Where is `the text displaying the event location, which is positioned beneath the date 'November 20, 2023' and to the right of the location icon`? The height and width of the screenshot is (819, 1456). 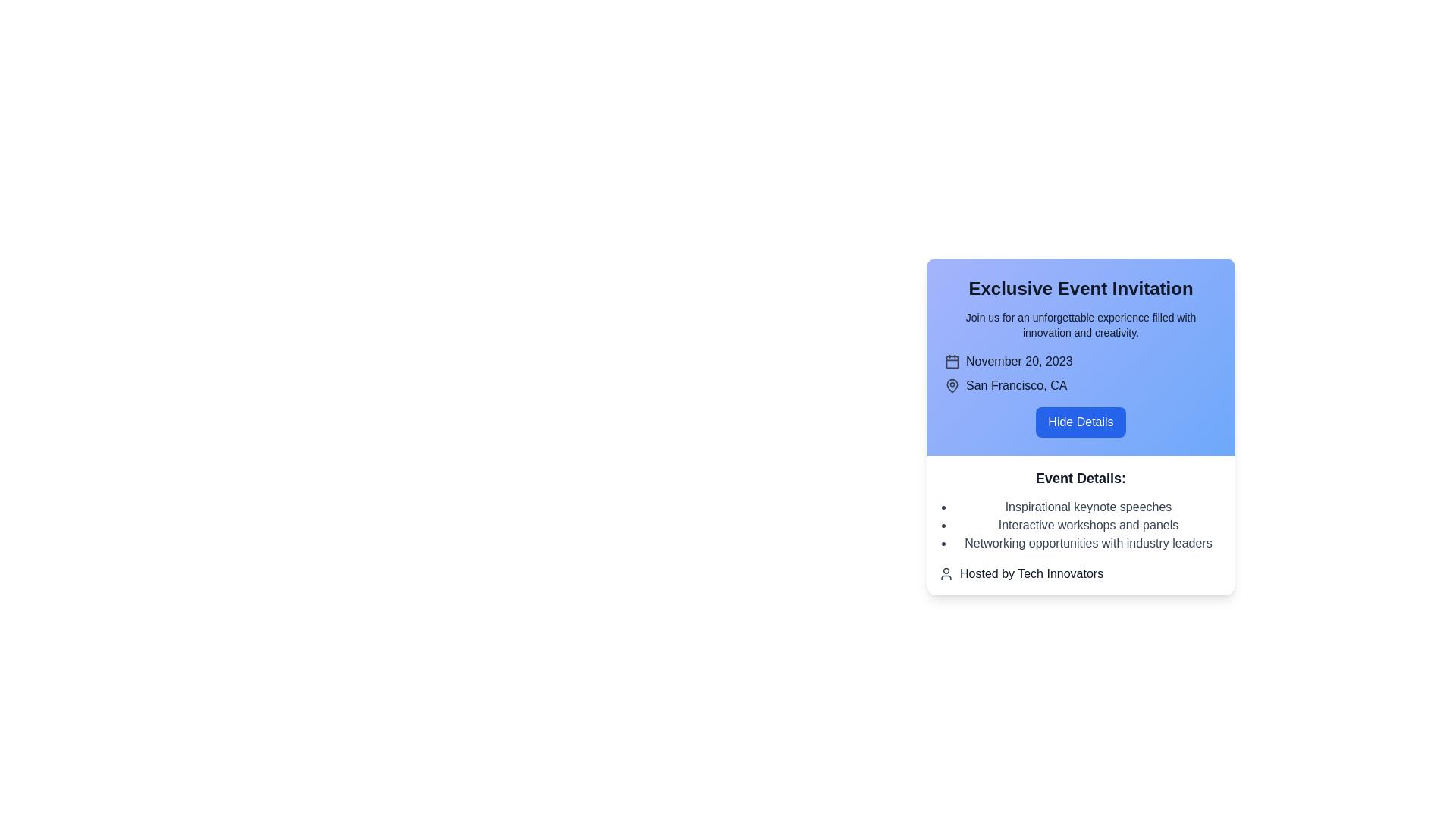
the text displaying the event location, which is positioned beneath the date 'November 20, 2023' and to the right of the location icon is located at coordinates (1015, 385).